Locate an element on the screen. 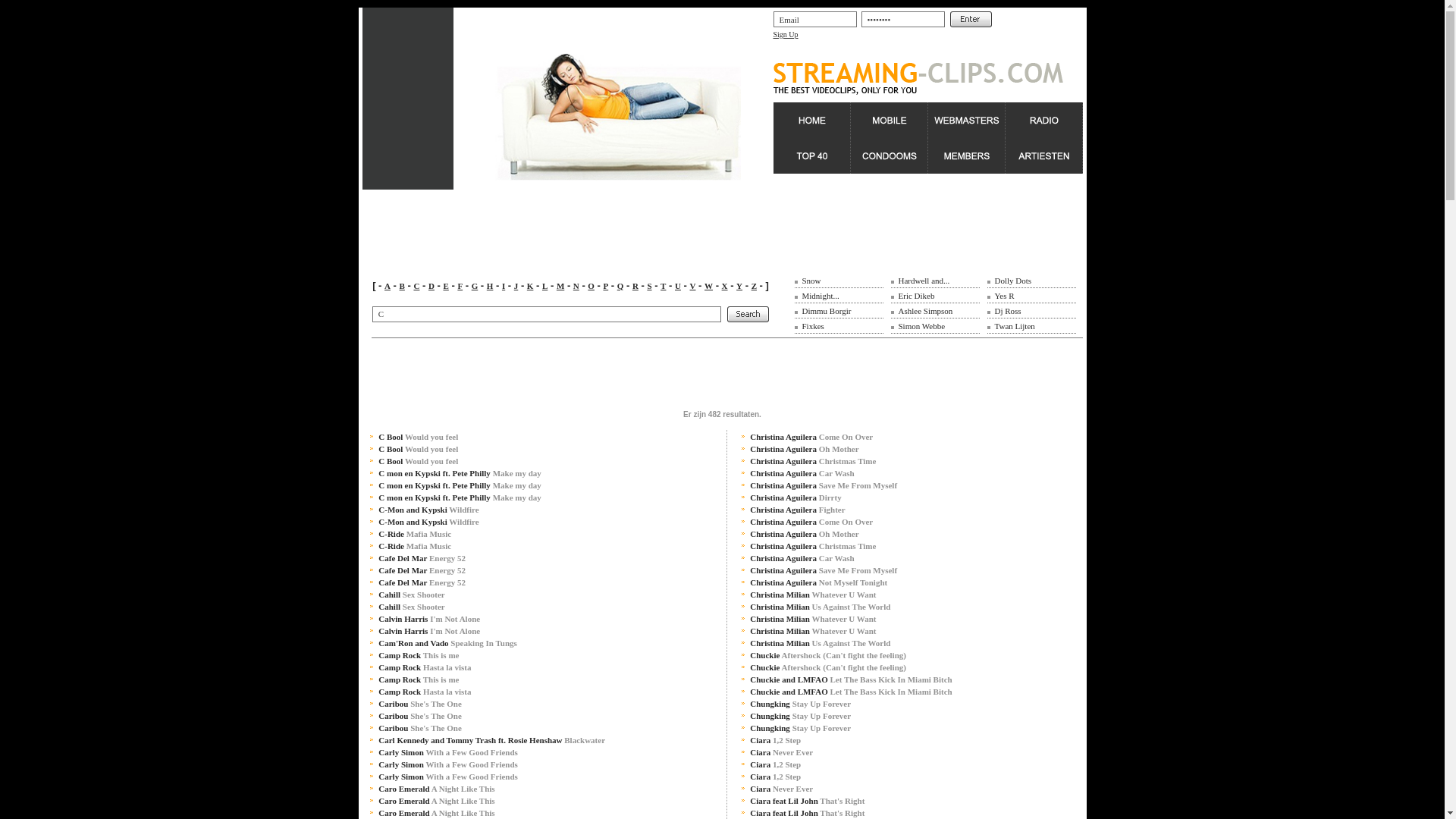  'S' is located at coordinates (648, 286).